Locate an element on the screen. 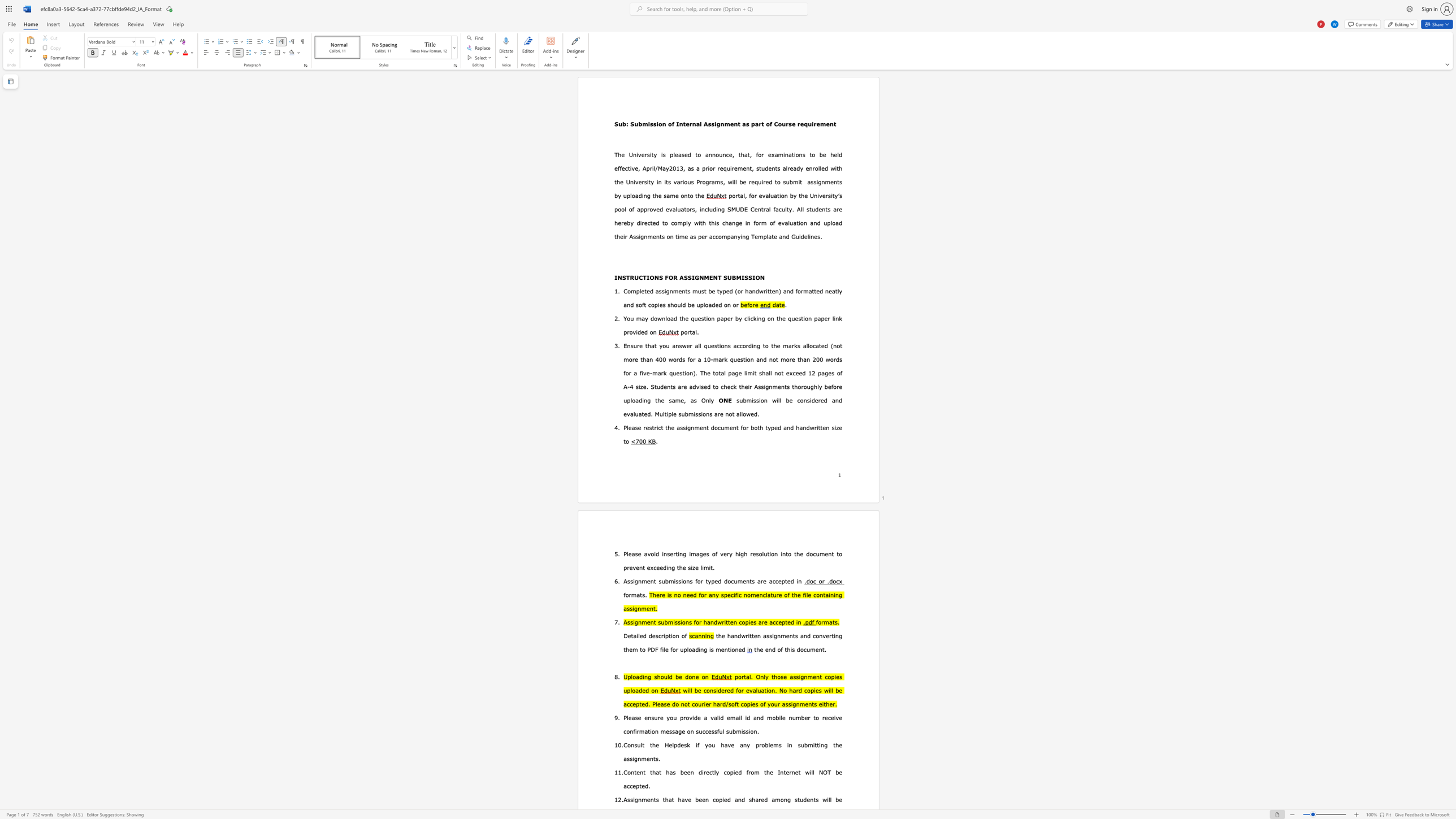  the subset text "Prog" within the text "already enrolled with the University in its various Programs," is located at coordinates (696, 181).